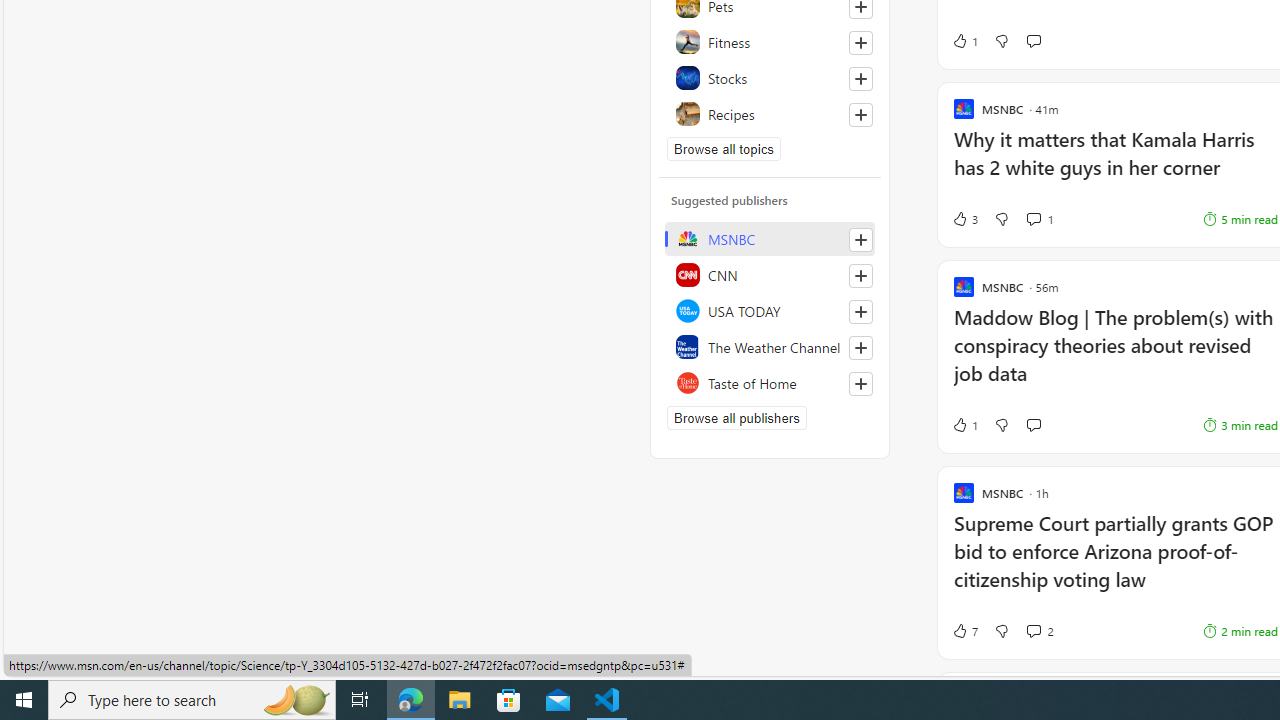 The height and width of the screenshot is (720, 1280). I want to click on 'Browse all topics', so click(723, 148).